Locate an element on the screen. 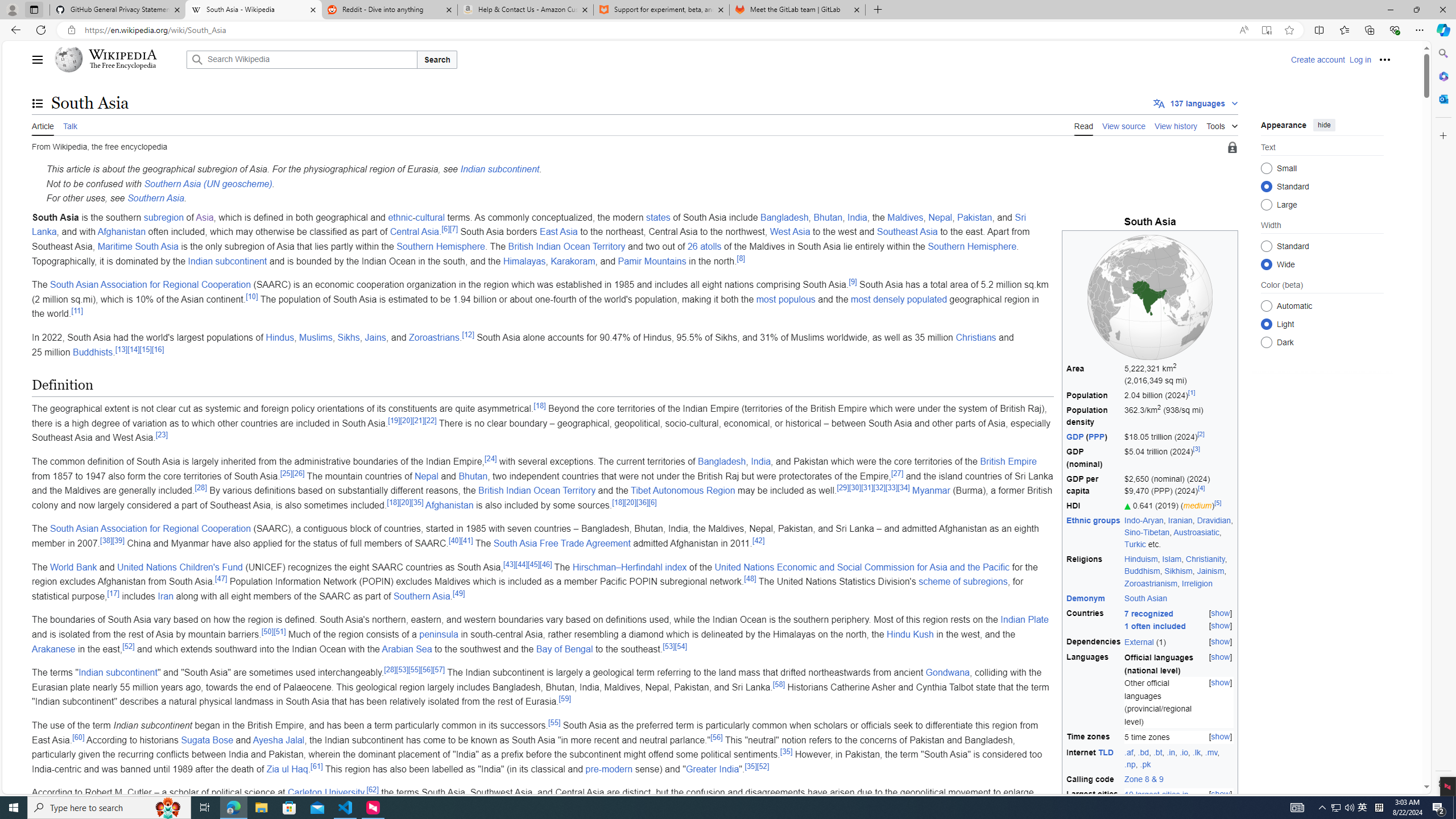  'Large' is located at coordinates (1266, 204).